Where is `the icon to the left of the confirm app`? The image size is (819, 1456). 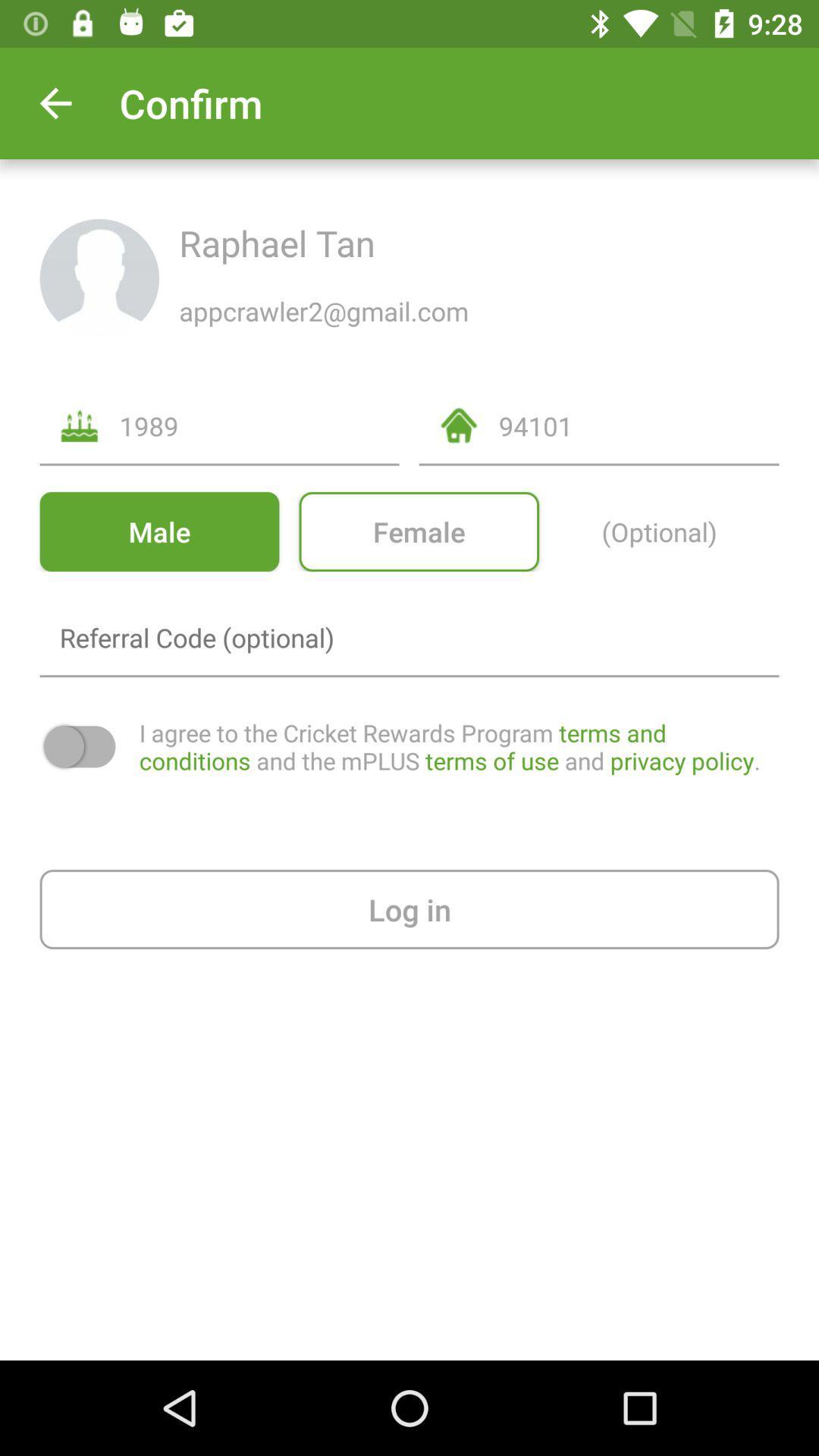
the icon to the left of the confirm app is located at coordinates (55, 102).